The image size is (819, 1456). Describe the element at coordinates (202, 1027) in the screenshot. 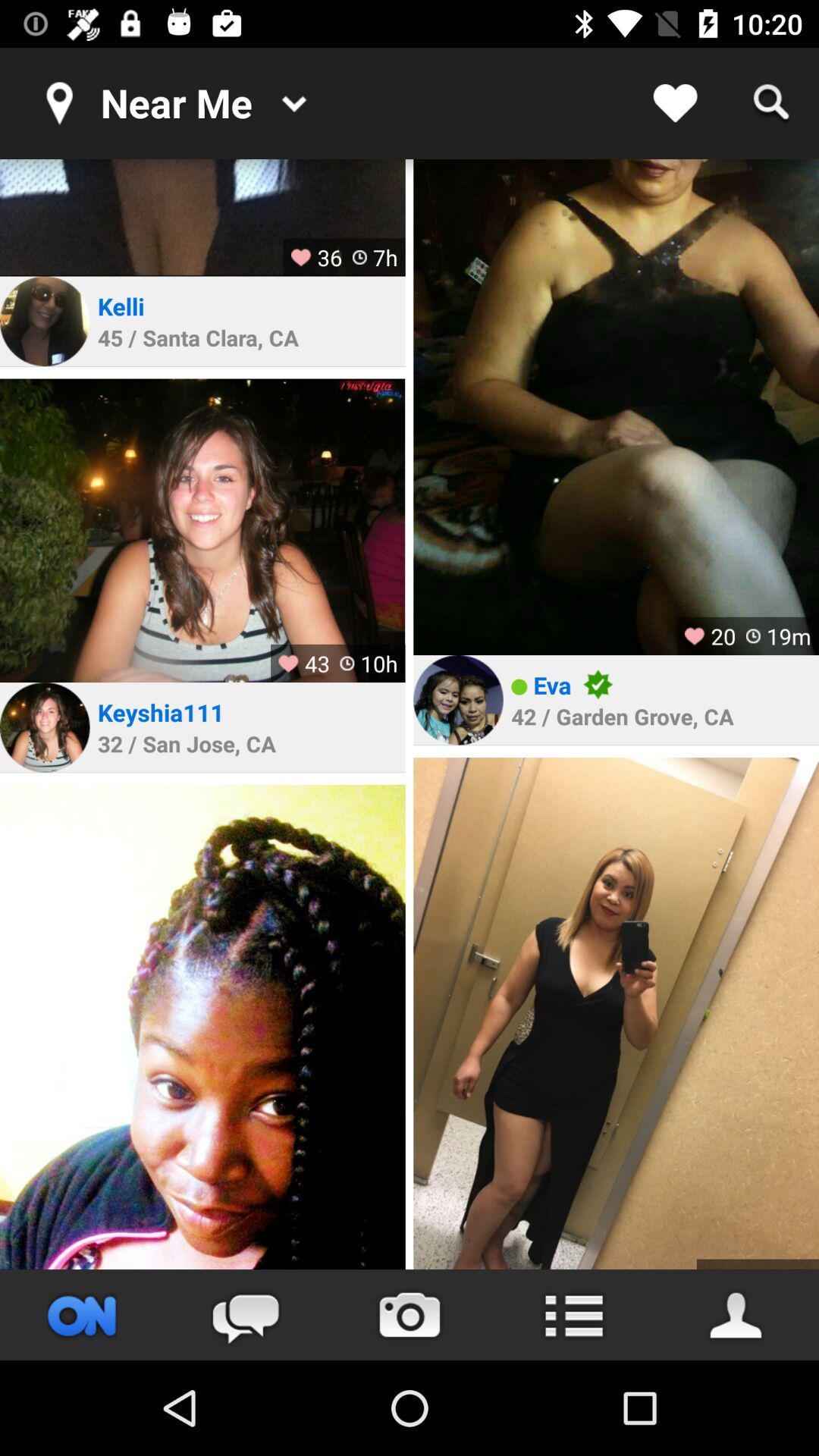

I see `profile` at that location.